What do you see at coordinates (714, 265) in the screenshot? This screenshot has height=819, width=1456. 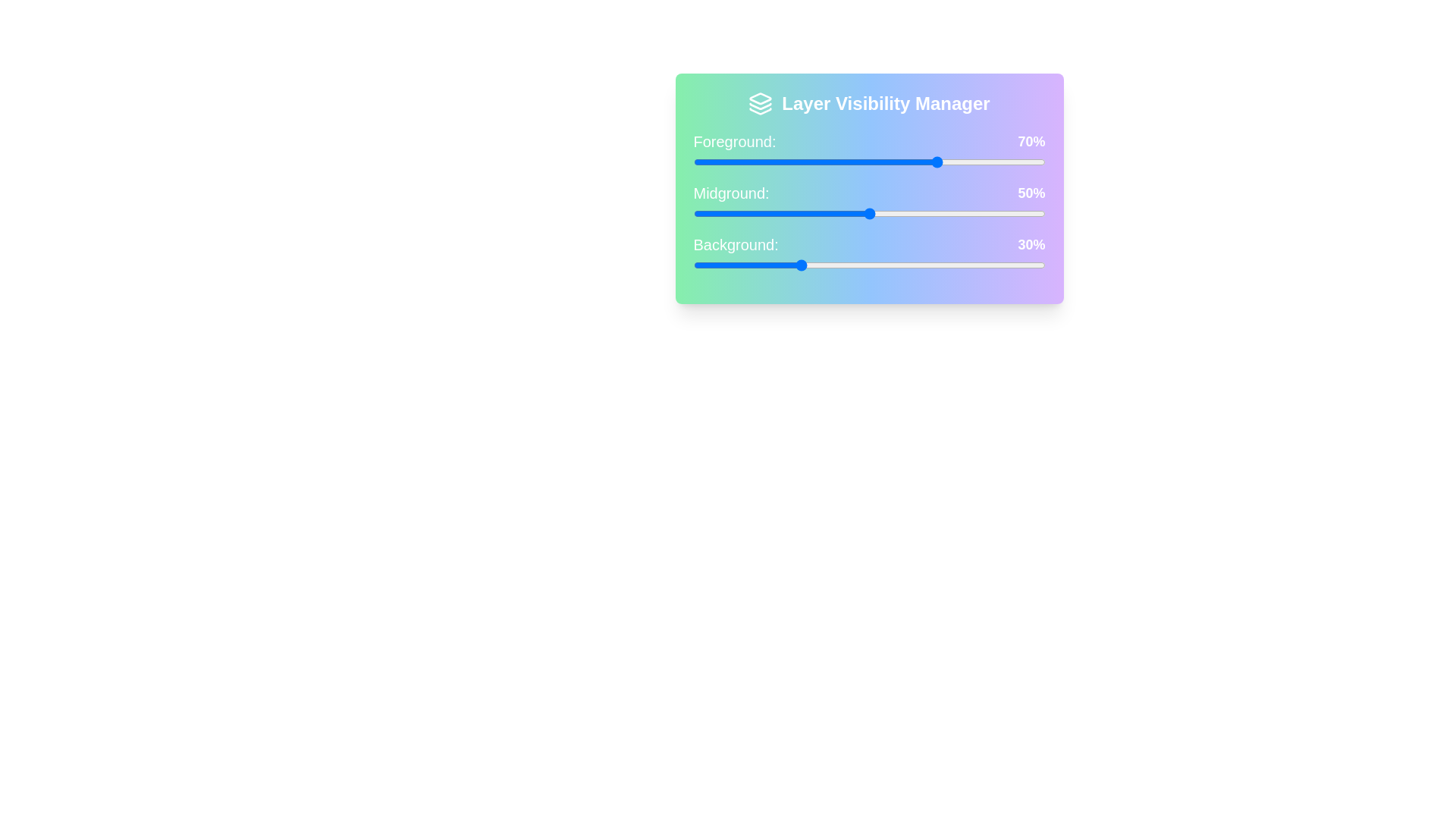 I see `the Background layer slider to 6% visibility` at bounding box center [714, 265].